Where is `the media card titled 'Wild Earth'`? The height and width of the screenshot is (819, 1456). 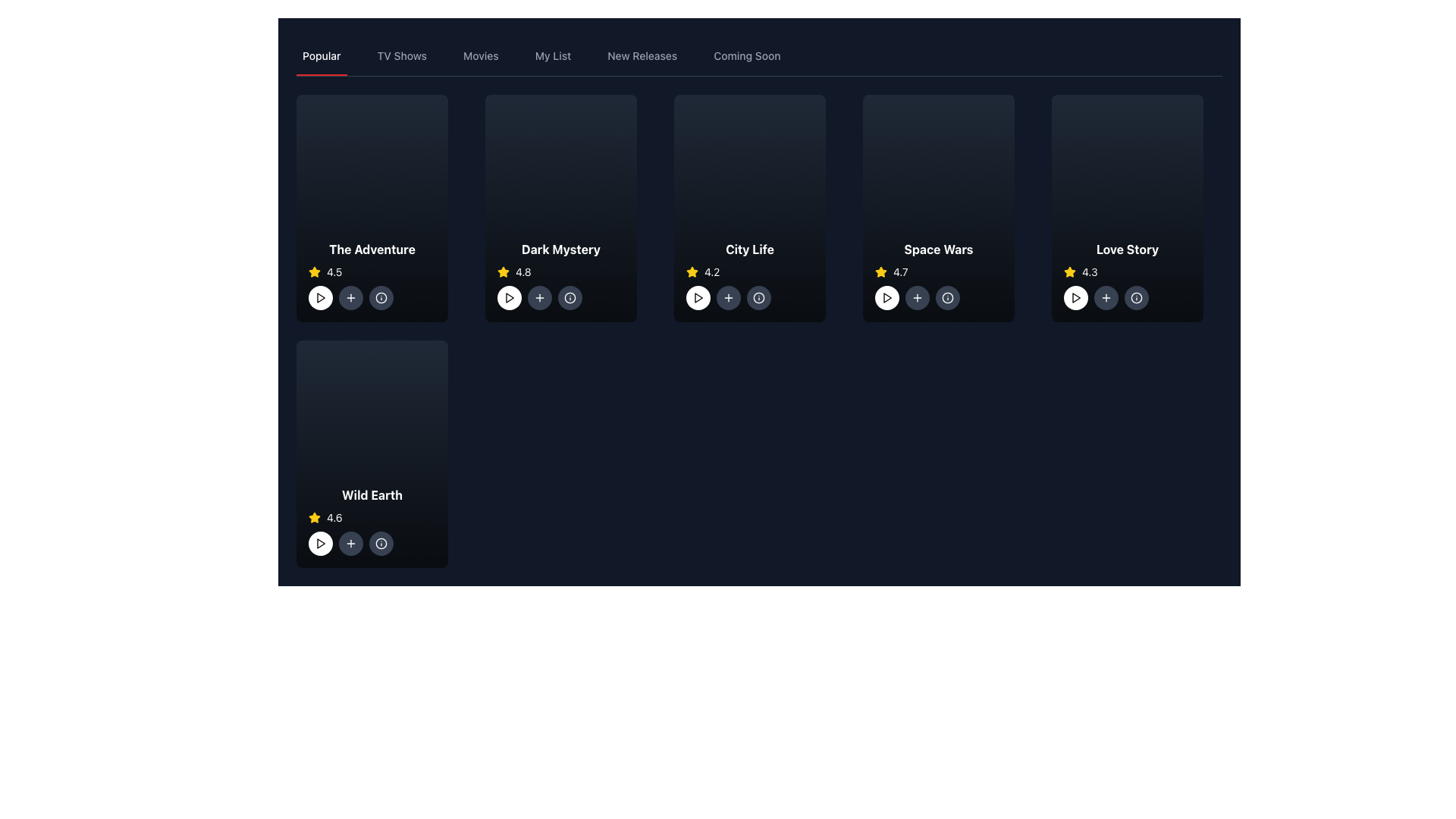 the media card titled 'Wild Earth' is located at coordinates (372, 453).